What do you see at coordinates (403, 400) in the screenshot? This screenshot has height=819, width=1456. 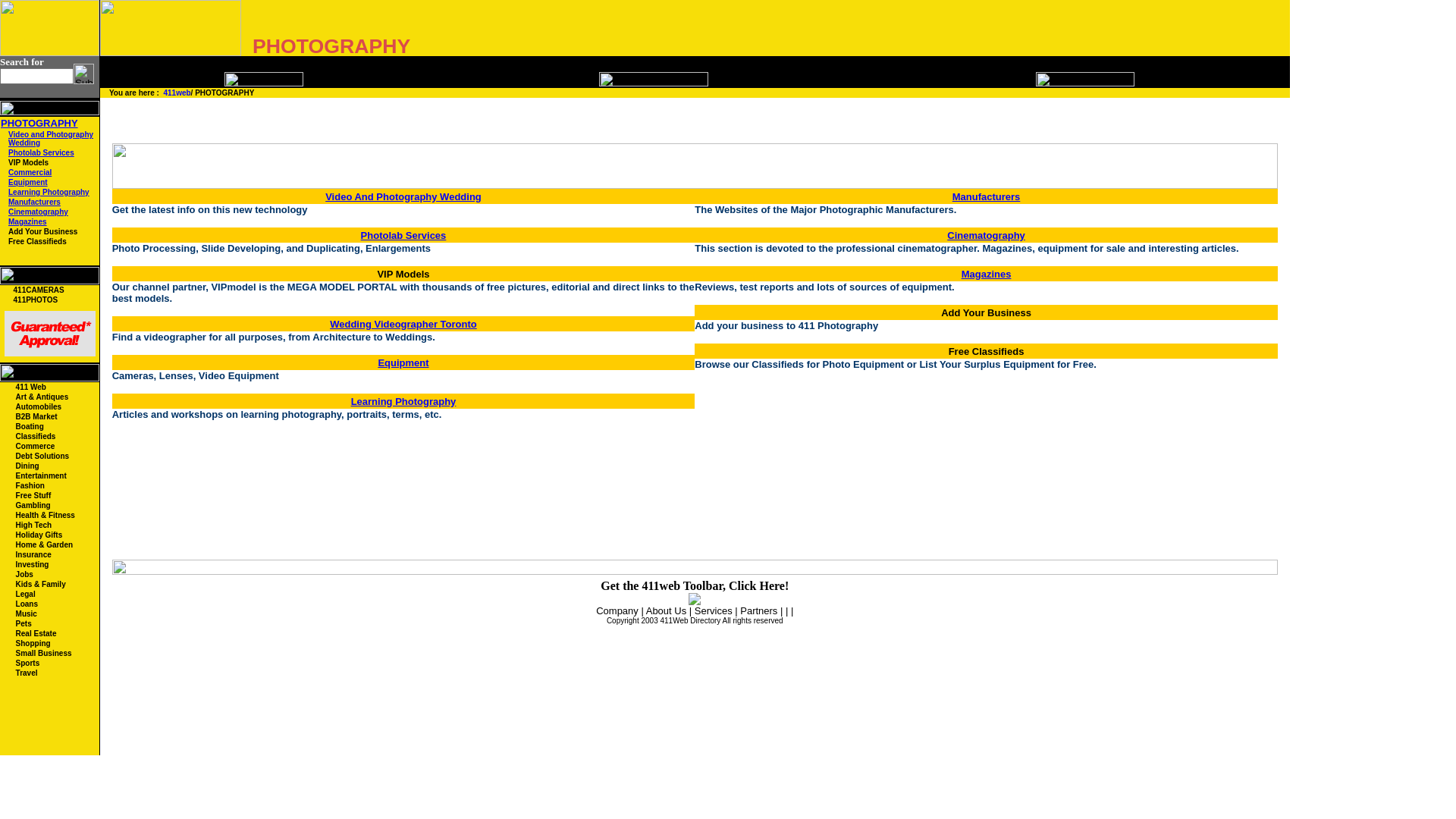 I see `'Learning Photography'` at bounding box center [403, 400].